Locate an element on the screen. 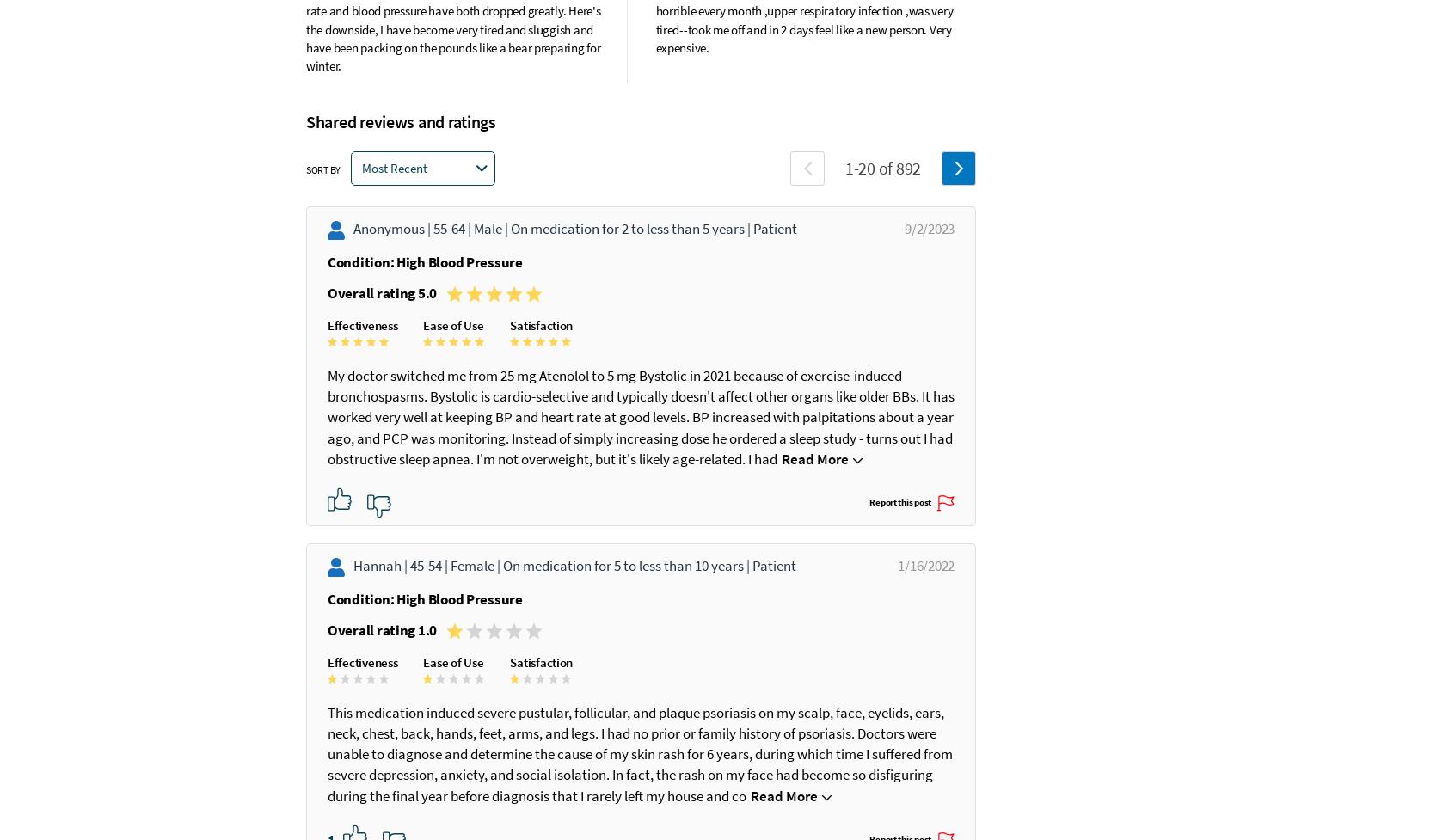 The image size is (1455, 840). '45-54 |' is located at coordinates (430, 585).